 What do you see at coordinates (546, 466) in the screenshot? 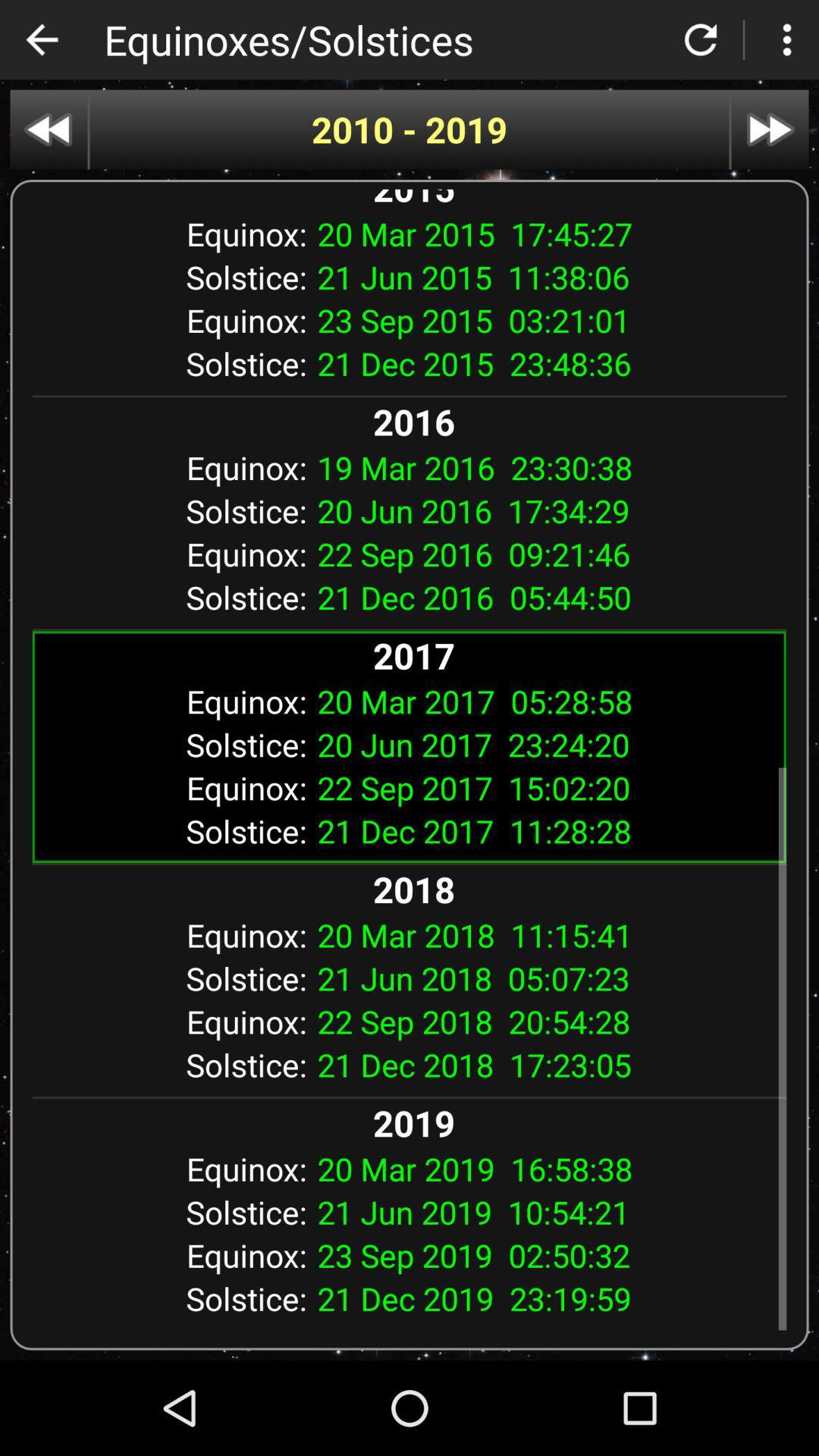
I see `item below 2016 item` at bounding box center [546, 466].